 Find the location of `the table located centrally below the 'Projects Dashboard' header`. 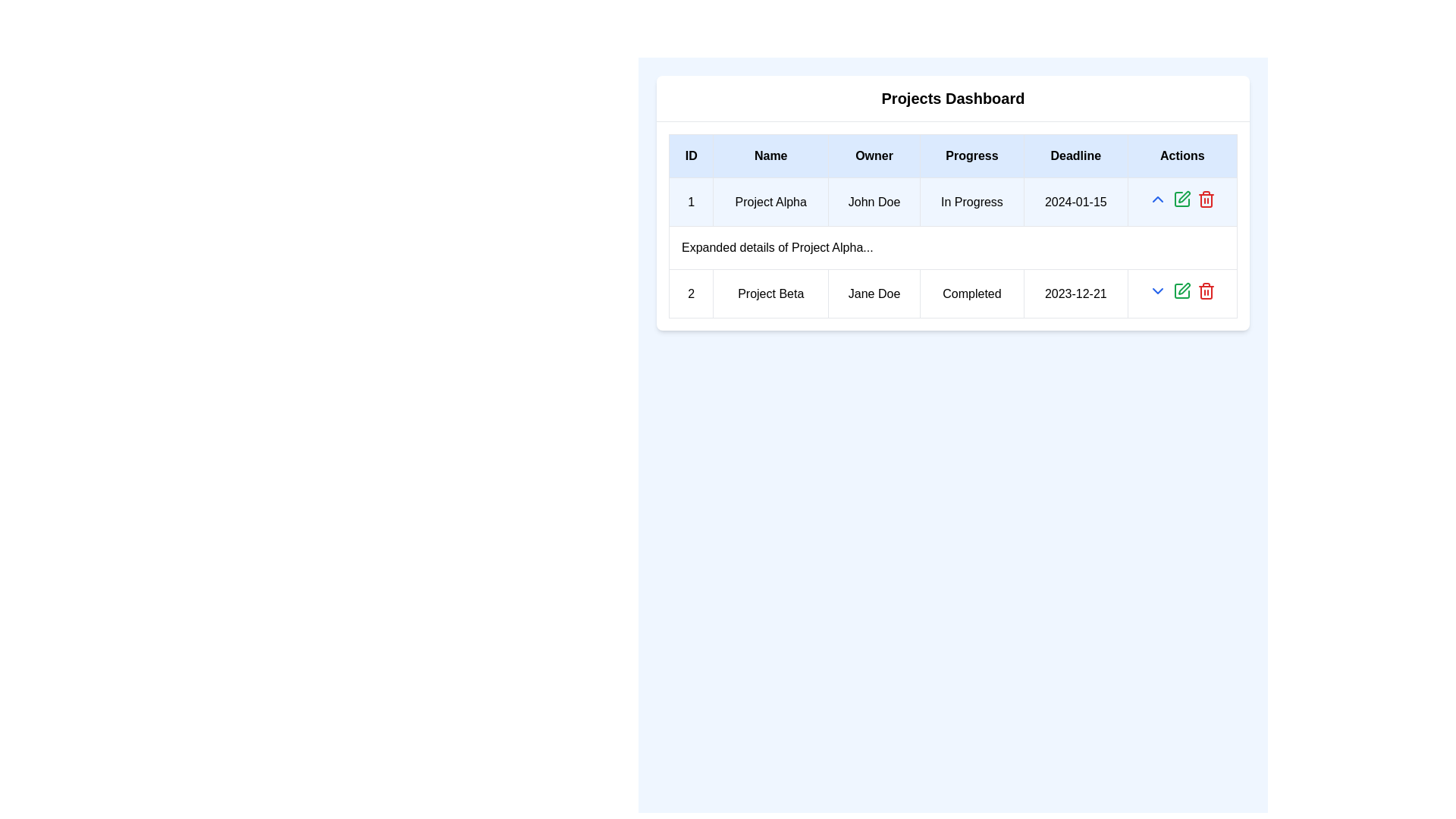

the table located centrally below the 'Projects Dashboard' header is located at coordinates (952, 202).